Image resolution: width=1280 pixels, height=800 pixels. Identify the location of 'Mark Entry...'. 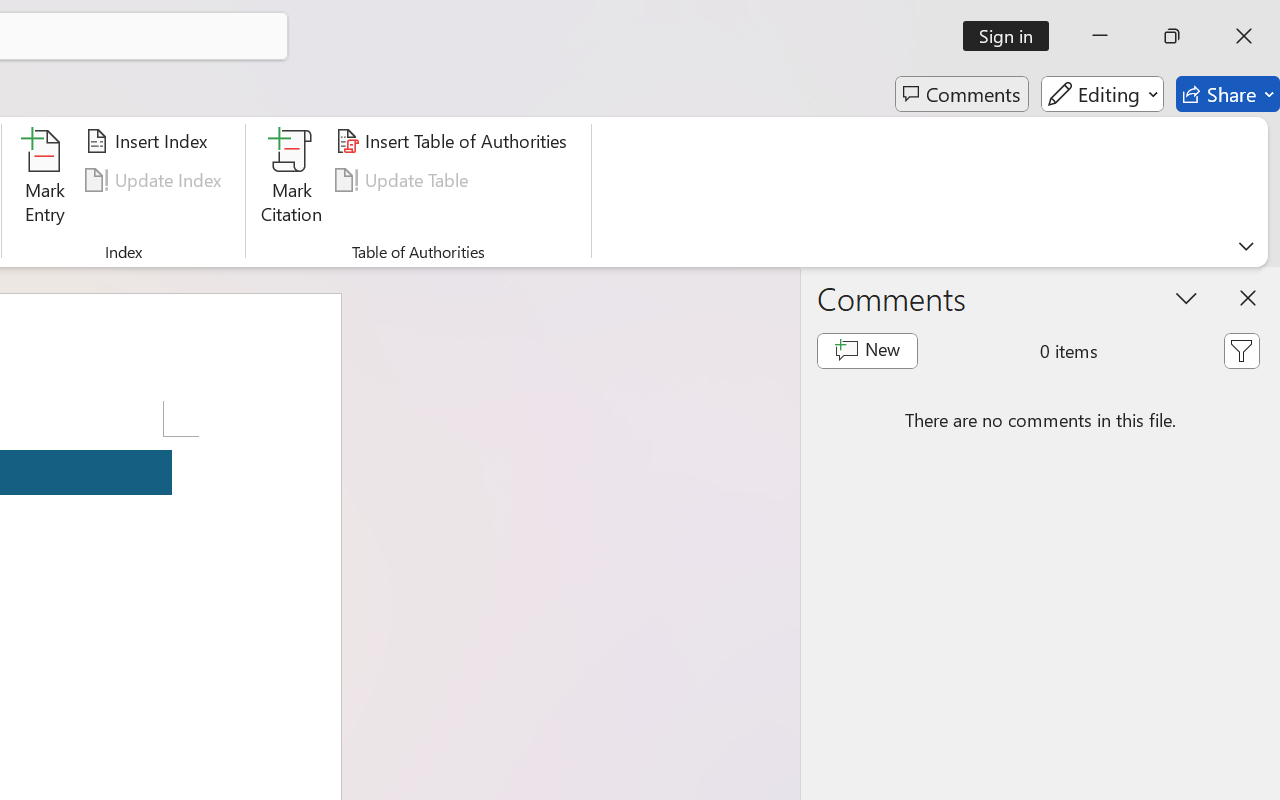
(44, 179).